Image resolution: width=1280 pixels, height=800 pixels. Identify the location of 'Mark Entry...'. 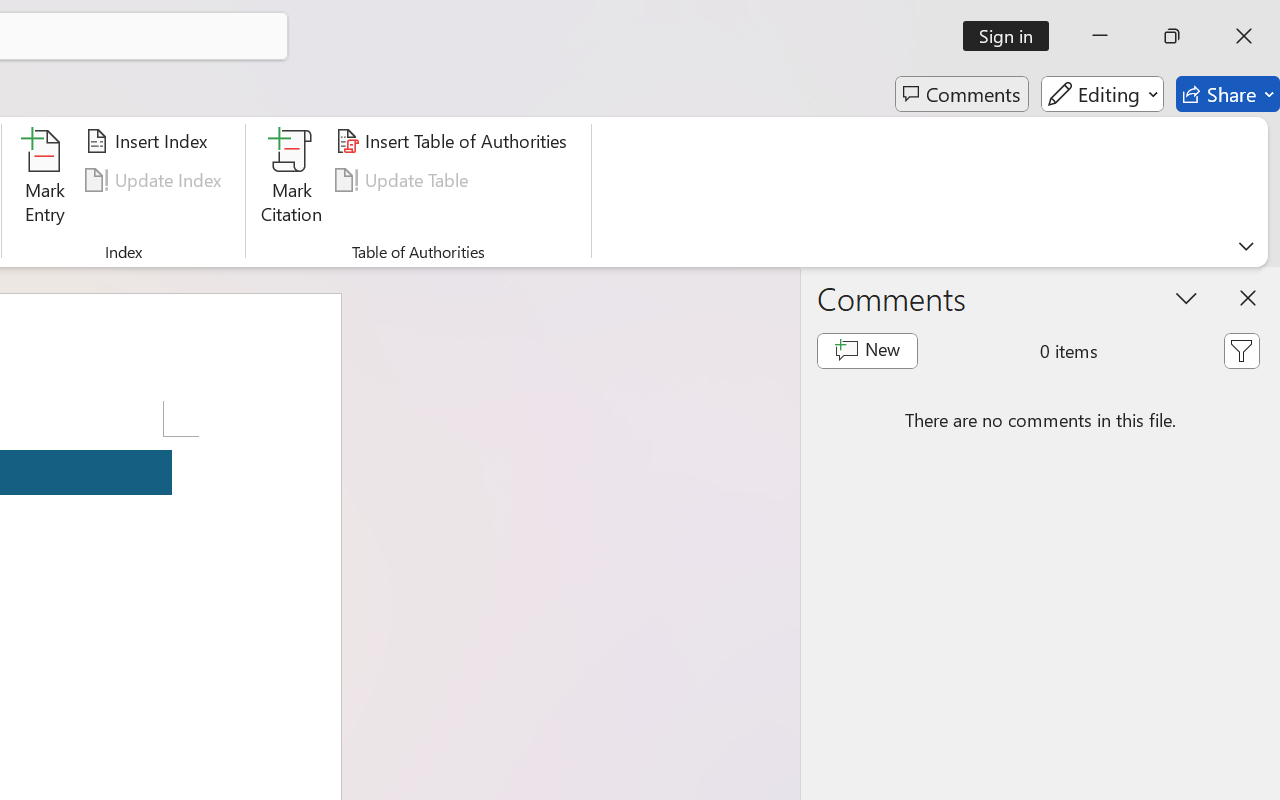
(44, 179).